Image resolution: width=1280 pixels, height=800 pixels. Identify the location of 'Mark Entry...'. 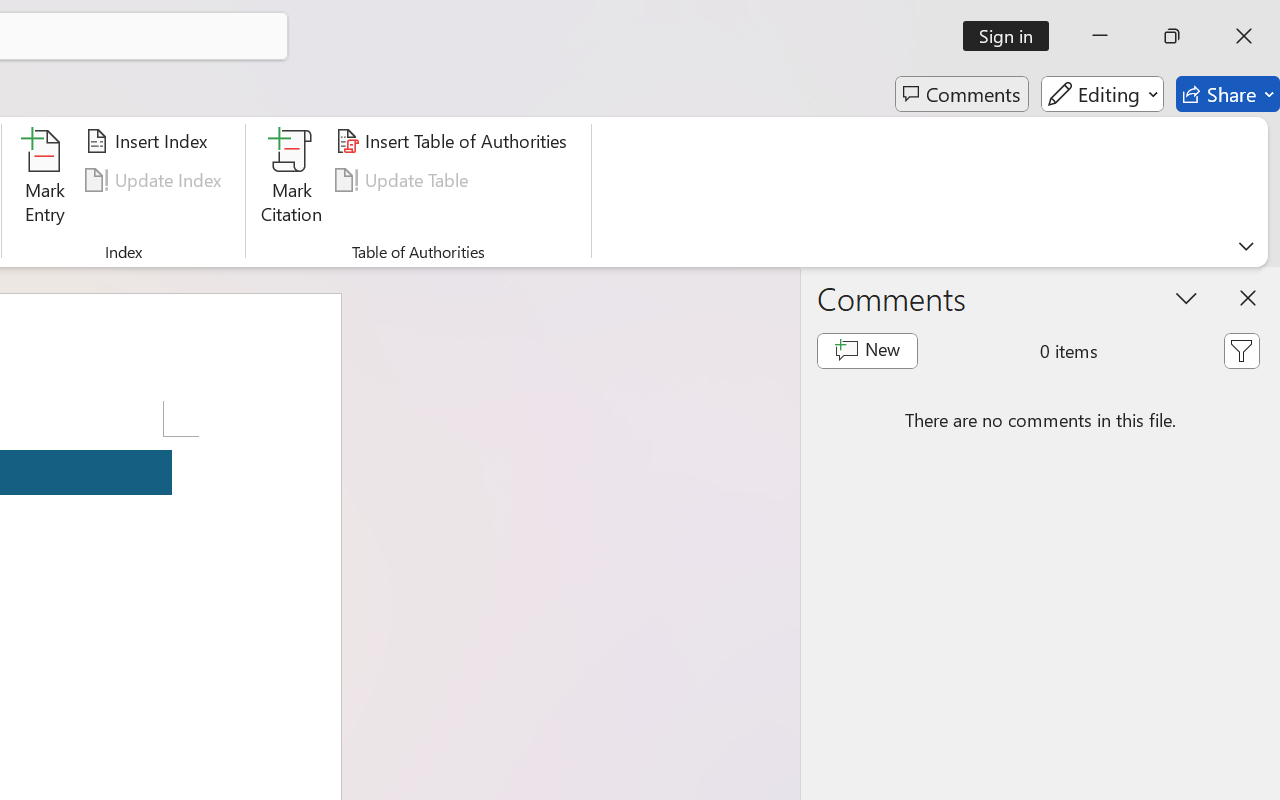
(44, 179).